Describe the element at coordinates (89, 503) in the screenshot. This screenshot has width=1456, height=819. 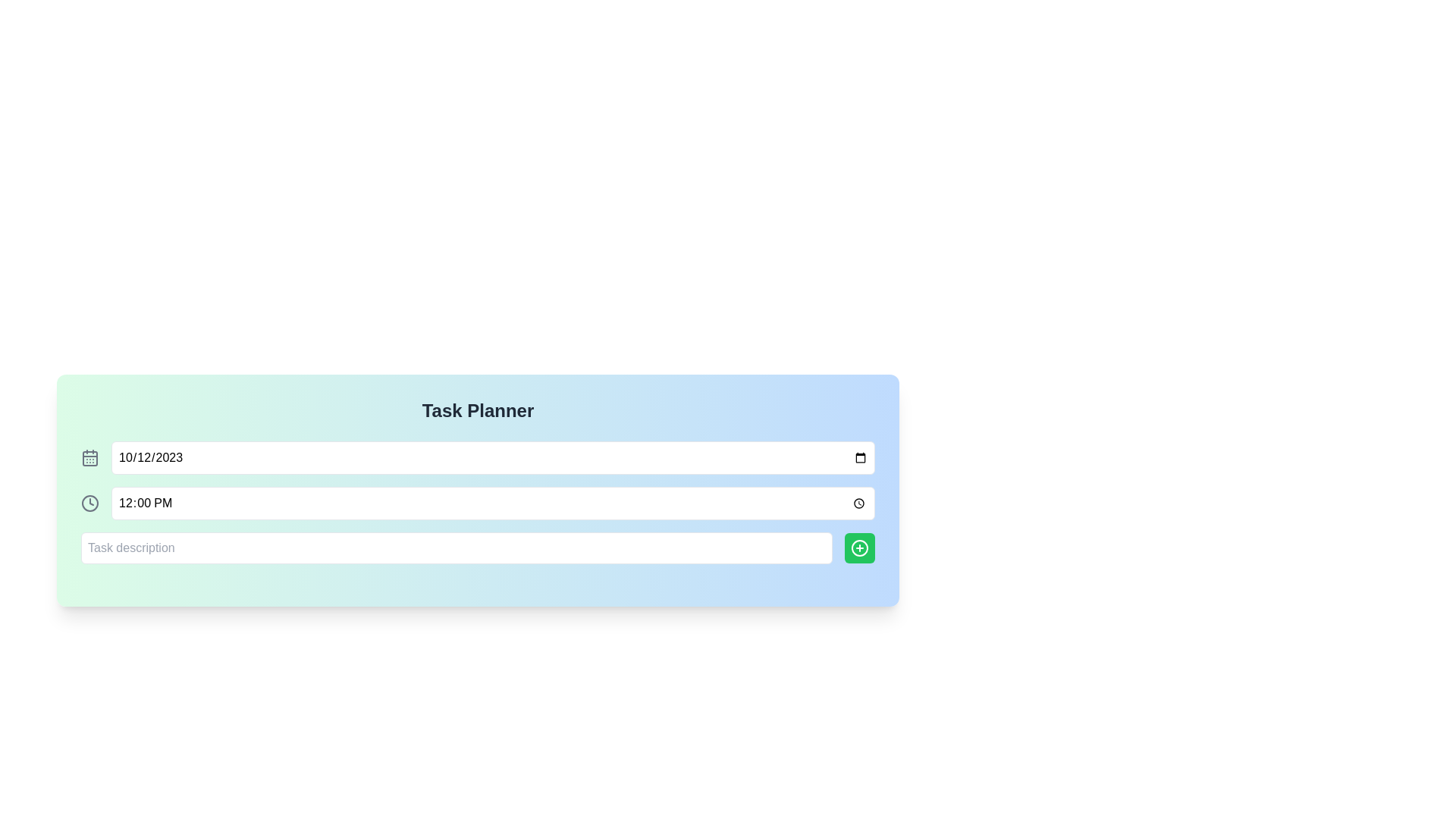
I see `the minimalist gray clock icon with a round face located to the left of the time input field displaying '12:00 PM'` at that location.